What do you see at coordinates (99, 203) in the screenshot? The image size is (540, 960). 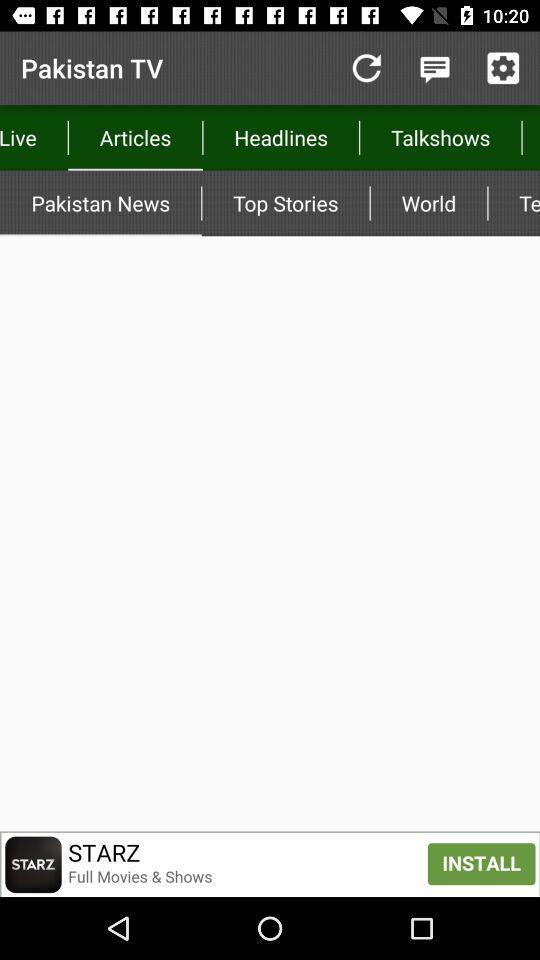 I see `pakistan news icon` at bounding box center [99, 203].